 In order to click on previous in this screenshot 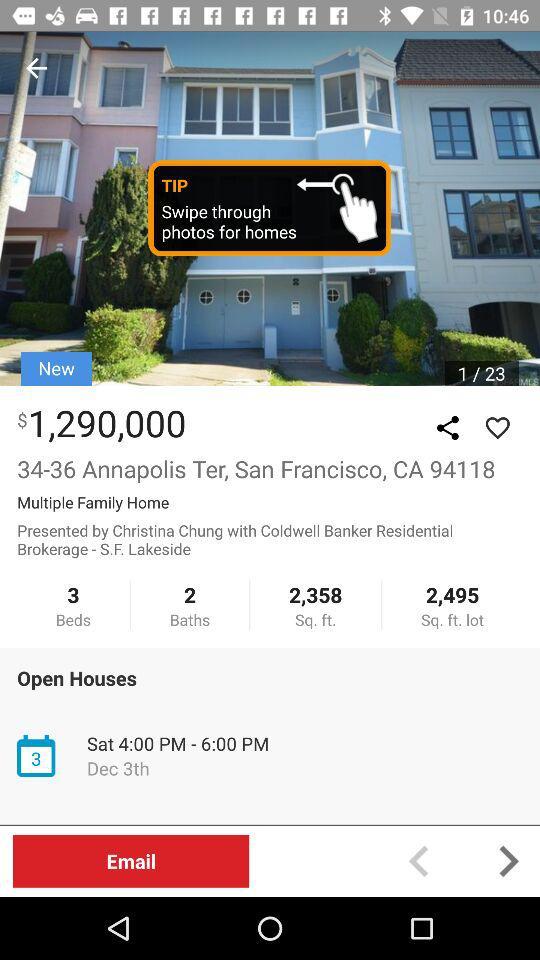, I will do `click(418, 860)`.